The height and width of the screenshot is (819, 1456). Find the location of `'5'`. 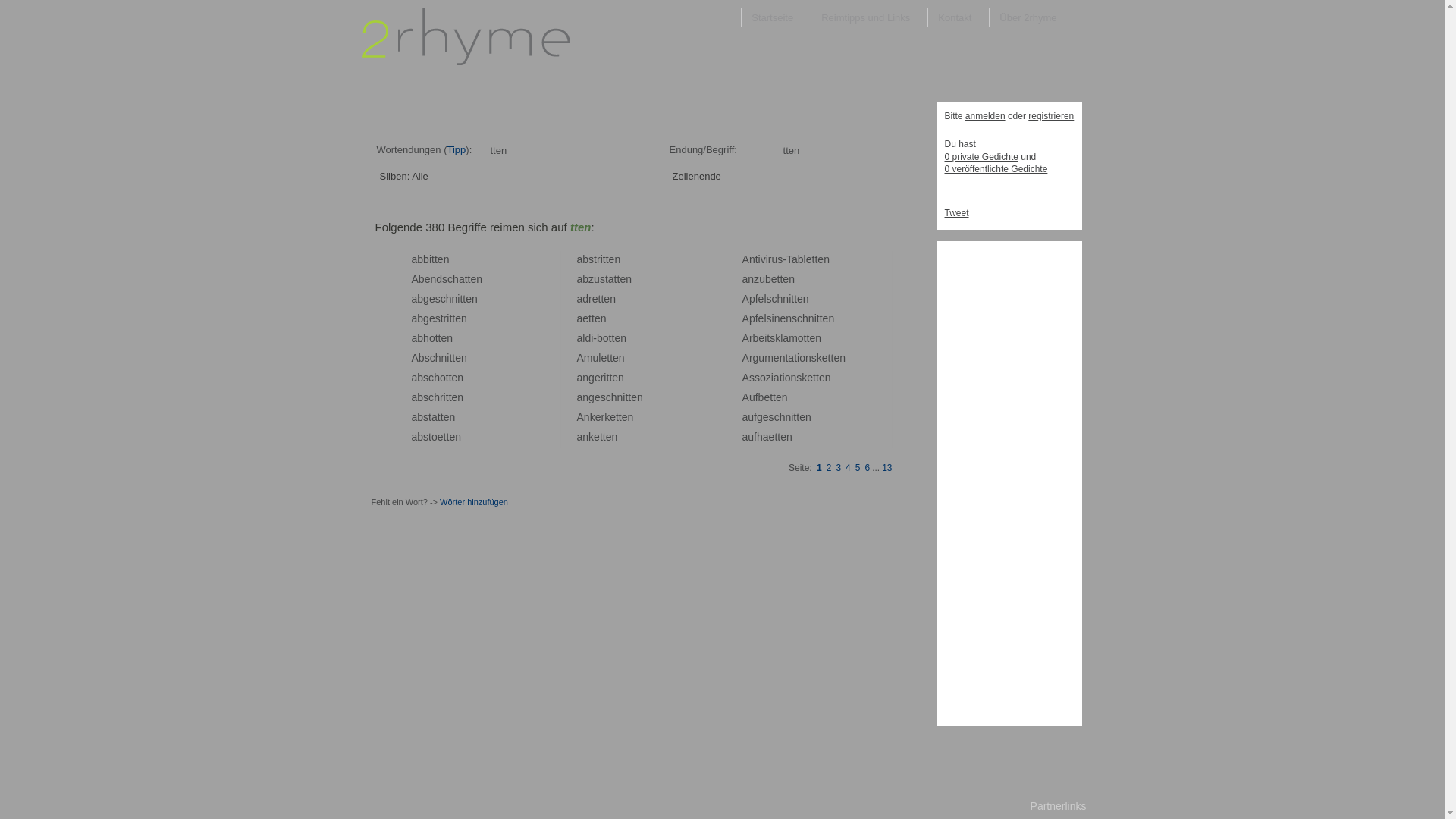

'5' is located at coordinates (852, 467).